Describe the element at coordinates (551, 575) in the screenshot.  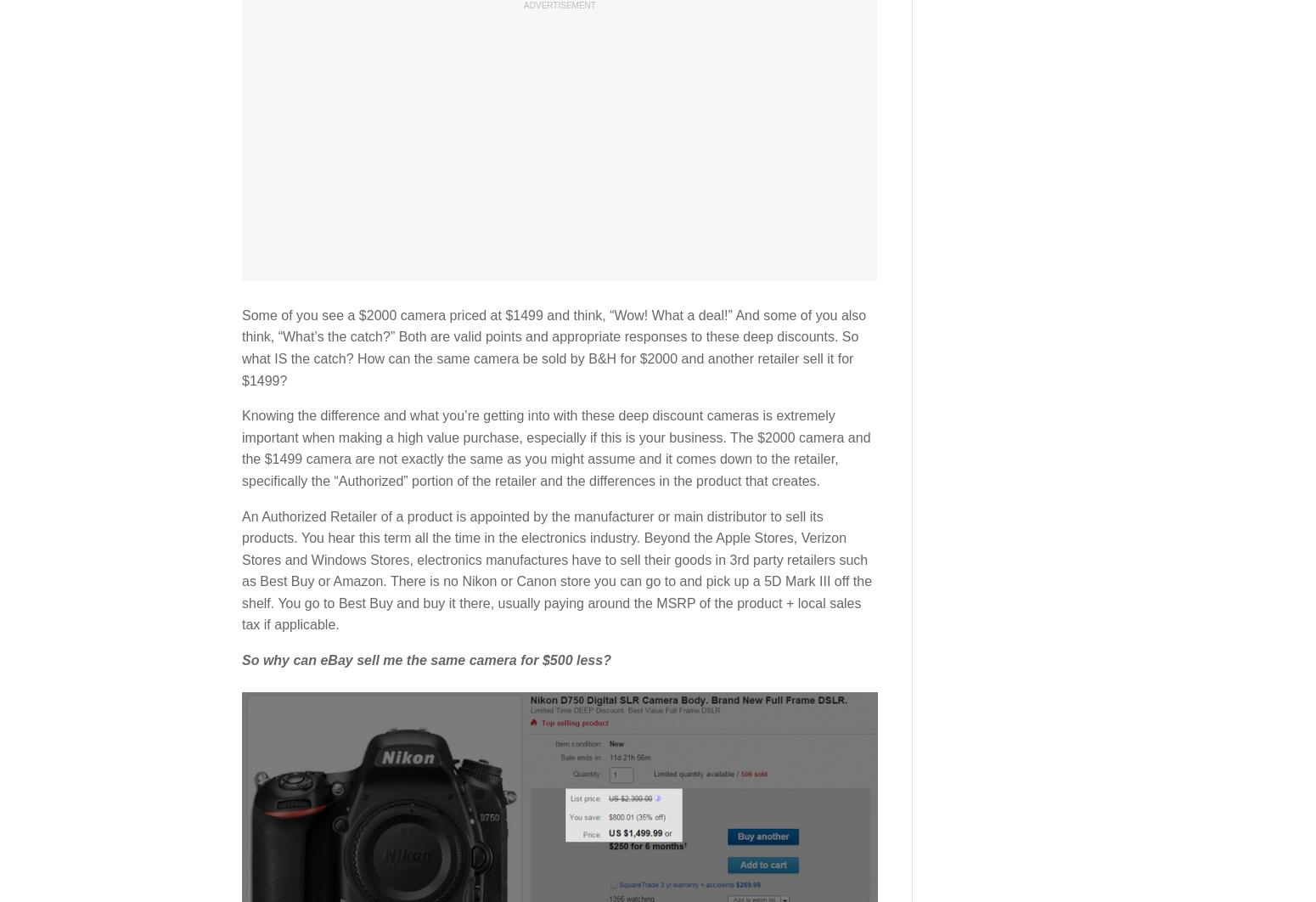
I see `'Most of my gear are from gray market and never had a bad copy. Most of the time, the problems I experienced with those kind of products are photocopied manuals, manuals with different language, & weird plugs for the charger. Never got a box with missing batteries, cords, and other accessories.'` at that location.